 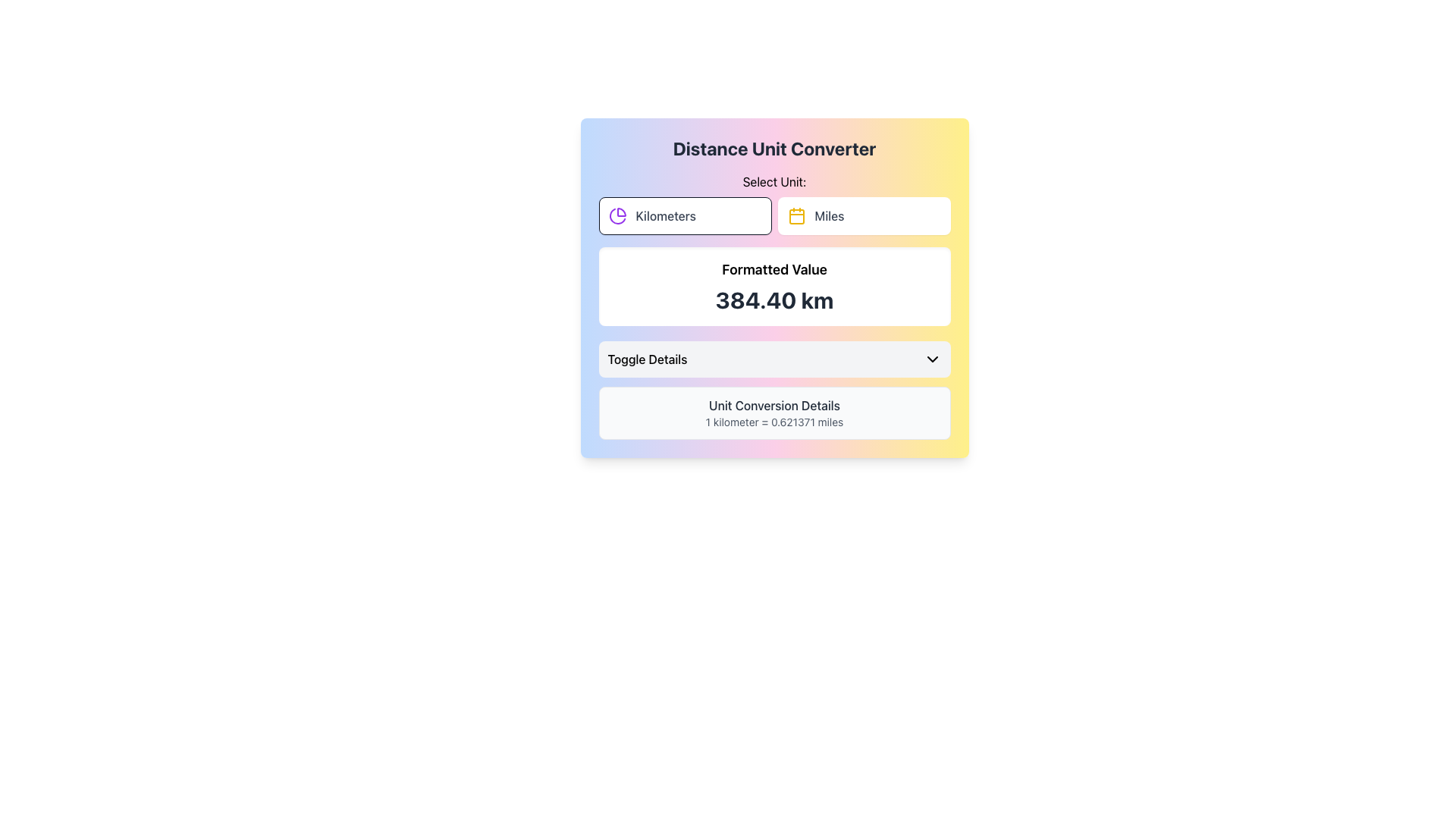 I want to click on the decorative shape within the yellow calendar icon that signifies the Miles option in the Distance Unit Converter panel, so click(x=795, y=216).